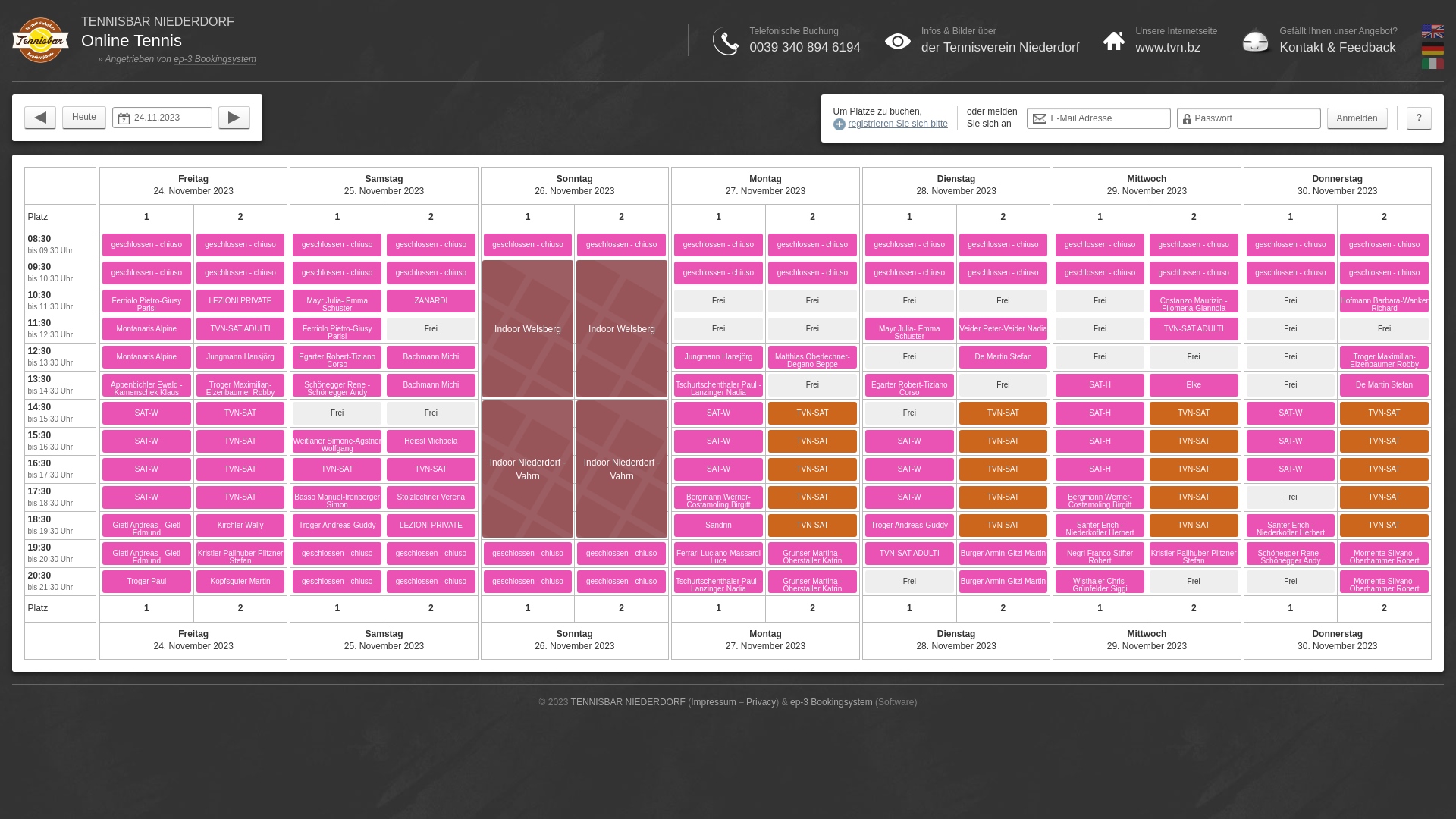 The image size is (1456, 819). What do you see at coordinates (1339, 581) in the screenshot?
I see `'Momente Silvano-Oberhammer Robert'` at bounding box center [1339, 581].